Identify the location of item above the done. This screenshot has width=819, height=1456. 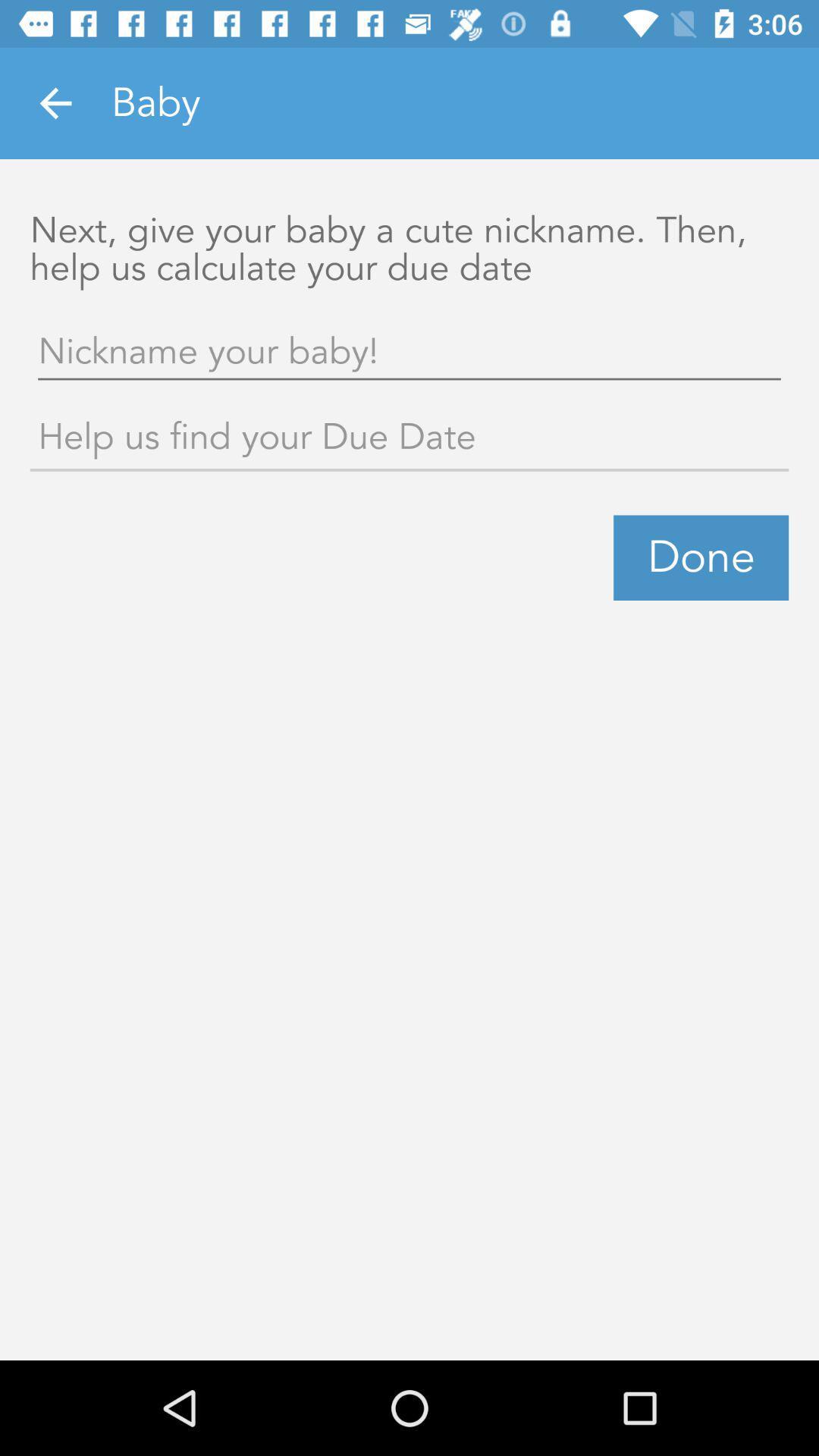
(409, 439).